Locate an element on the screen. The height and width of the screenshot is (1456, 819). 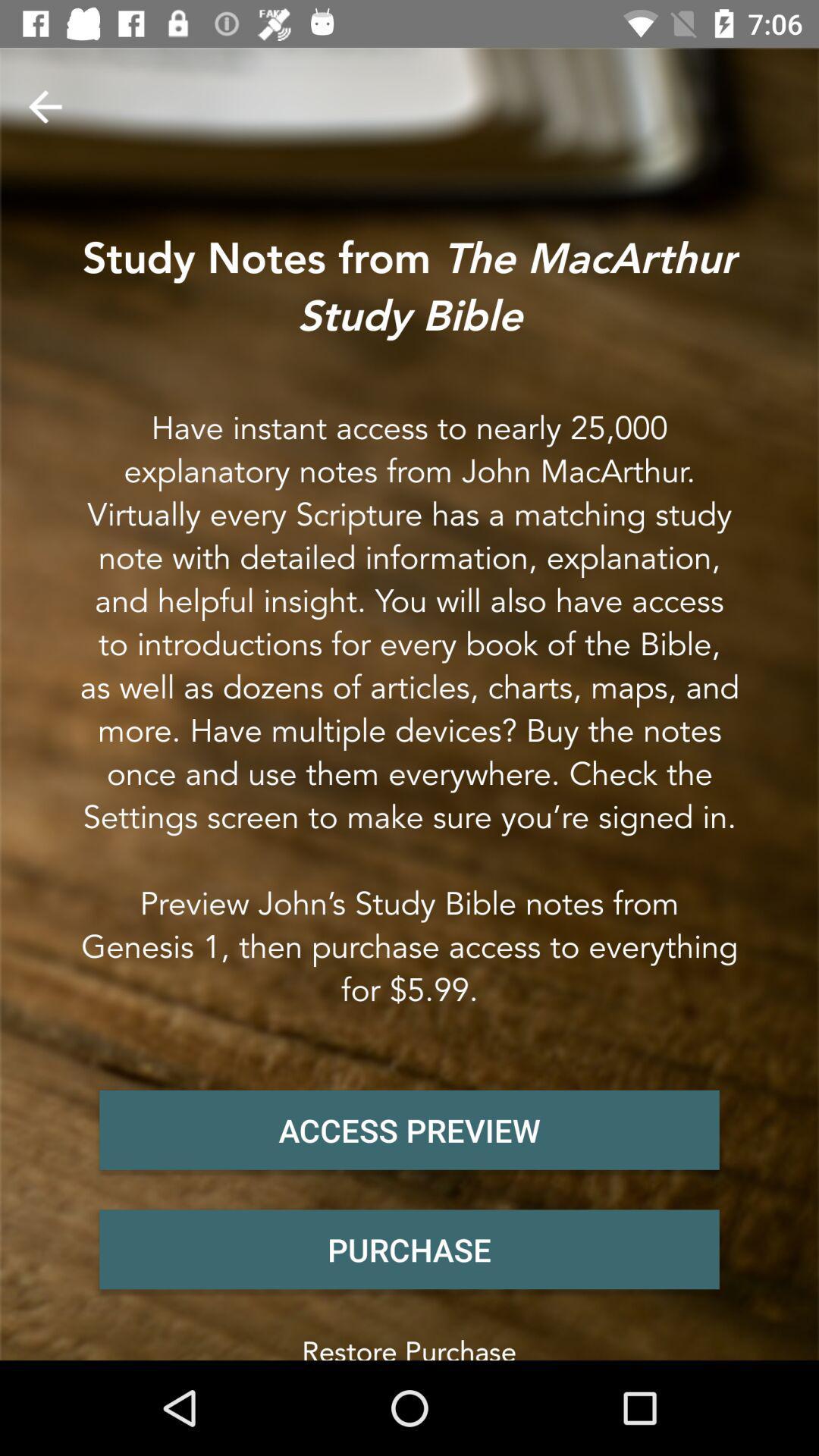
the icon below purchase is located at coordinates (408, 1345).